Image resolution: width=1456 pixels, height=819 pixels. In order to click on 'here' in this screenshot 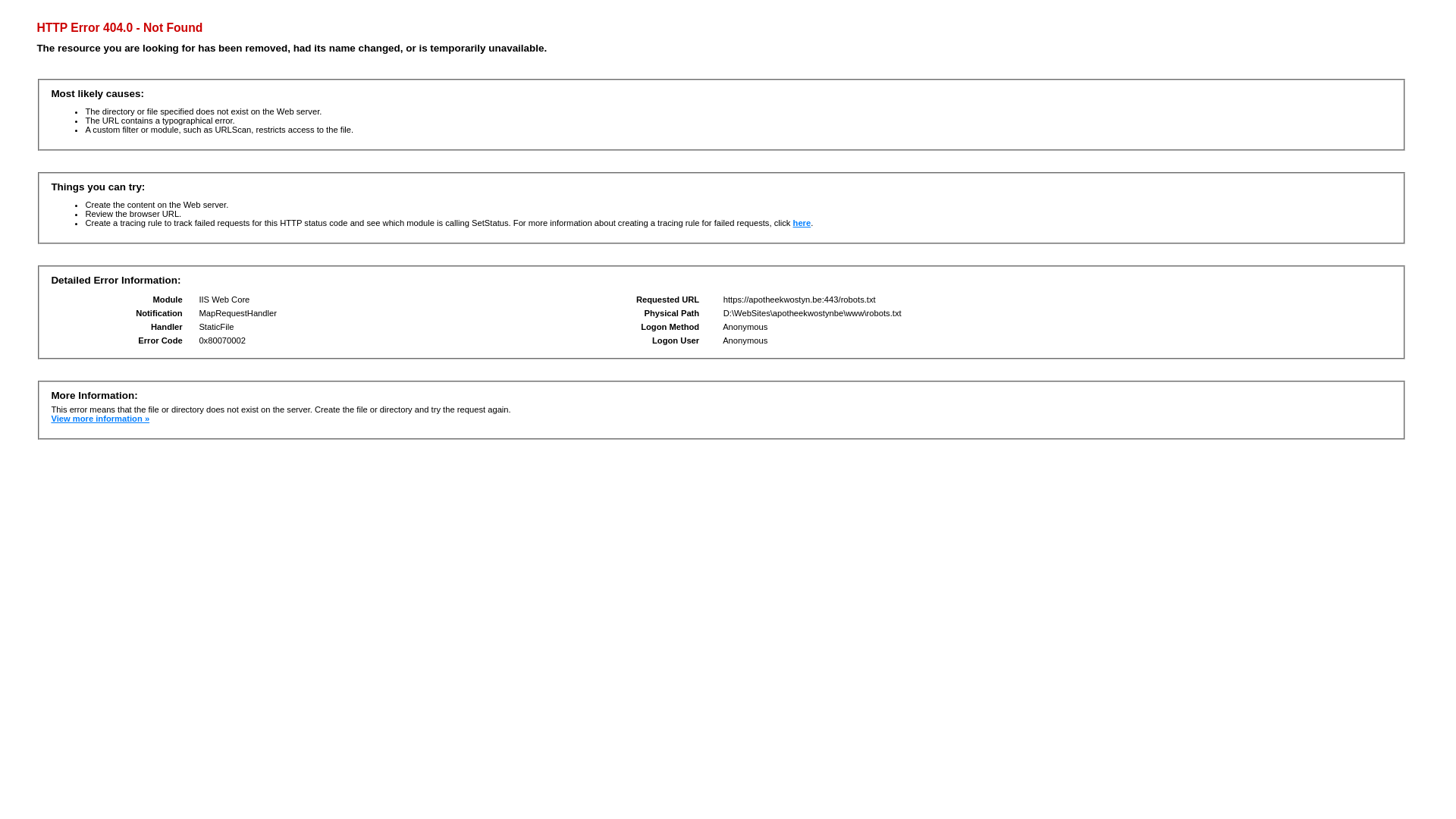, I will do `click(792, 222)`.